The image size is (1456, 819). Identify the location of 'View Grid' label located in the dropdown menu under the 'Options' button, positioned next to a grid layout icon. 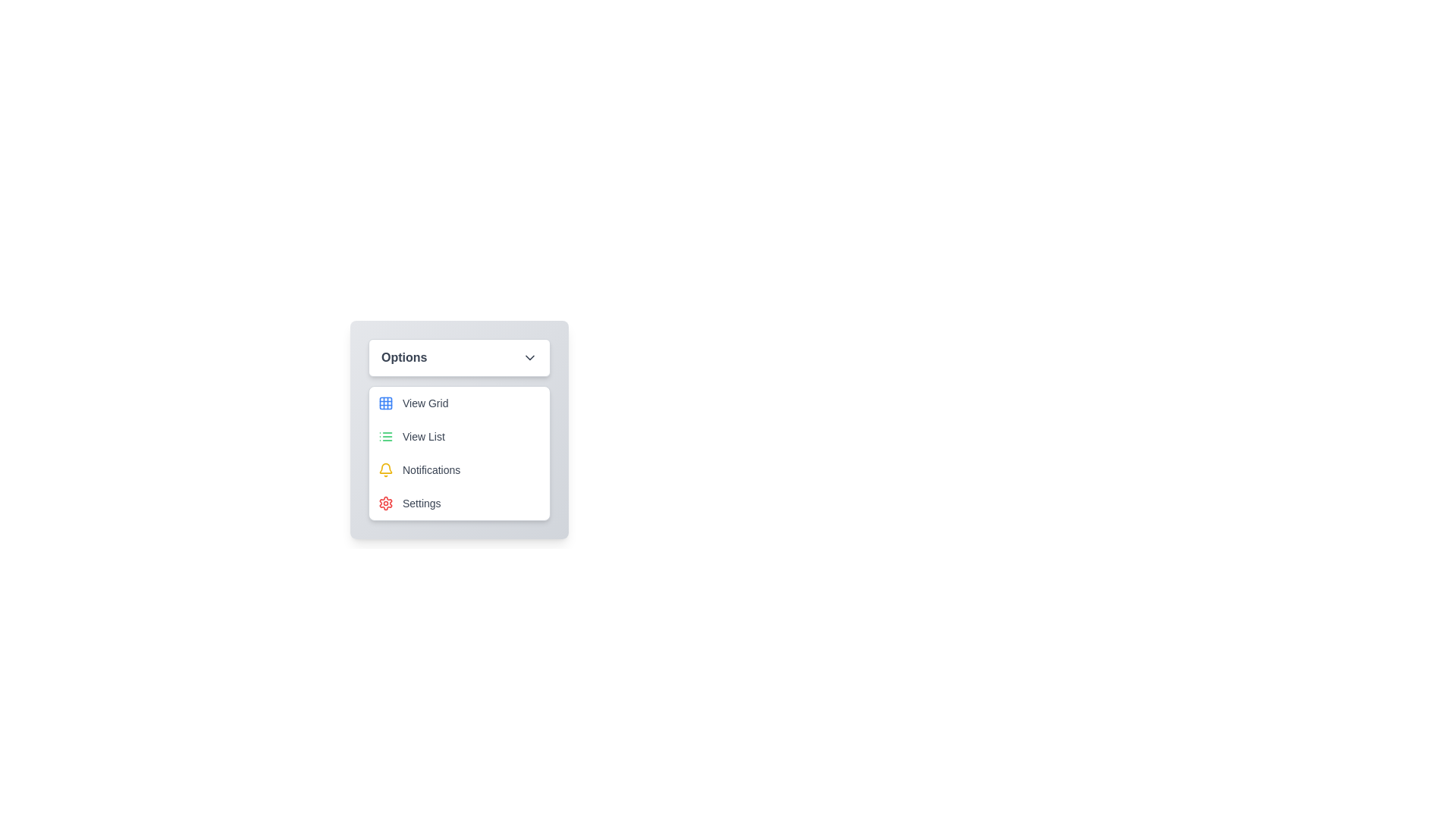
(425, 403).